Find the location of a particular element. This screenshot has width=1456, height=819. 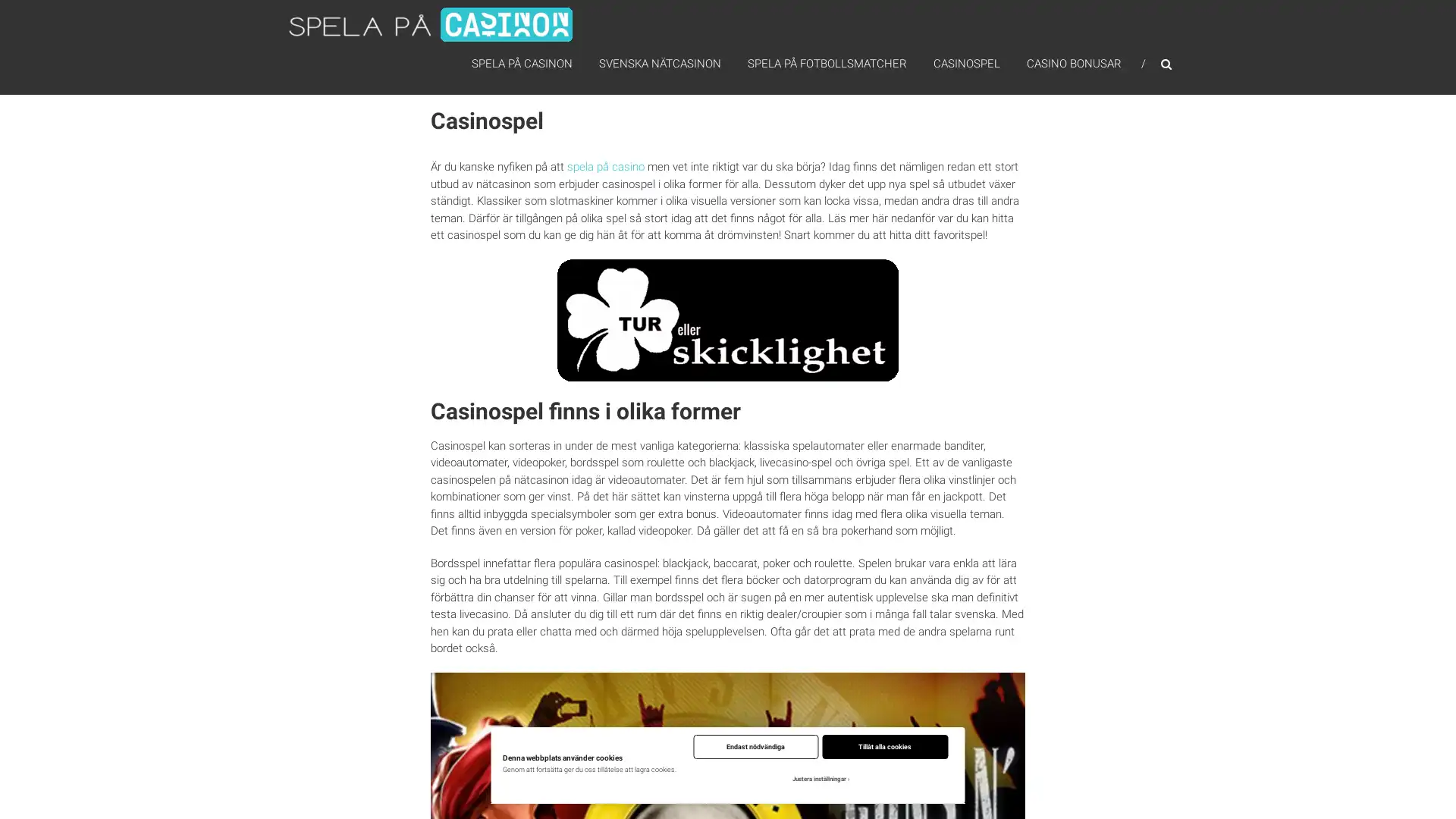

Endast nodvandiga is located at coordinates (755, 745).